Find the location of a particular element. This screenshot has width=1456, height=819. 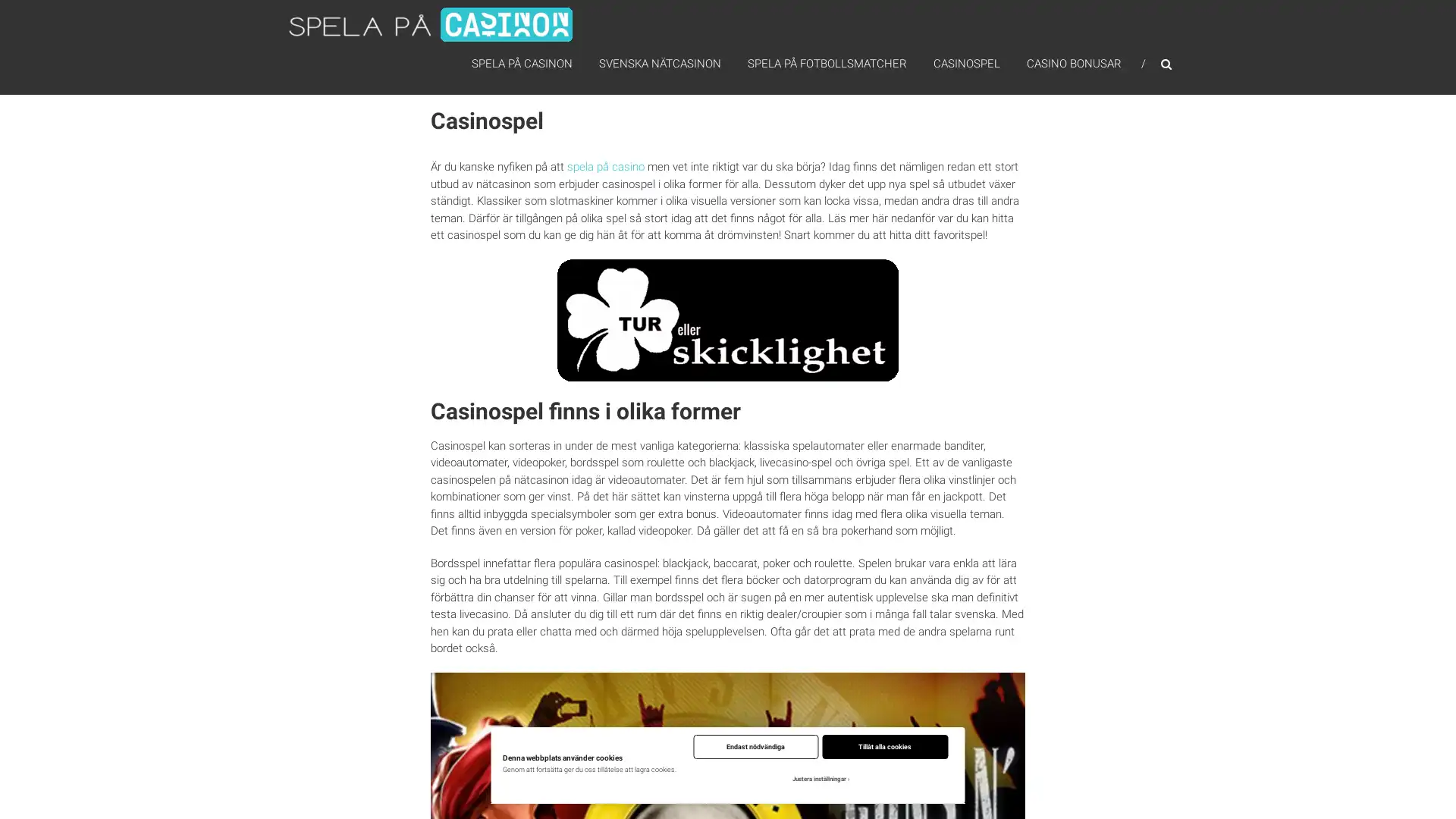

Endast nodvandiga is located at coordinates (755, 745).